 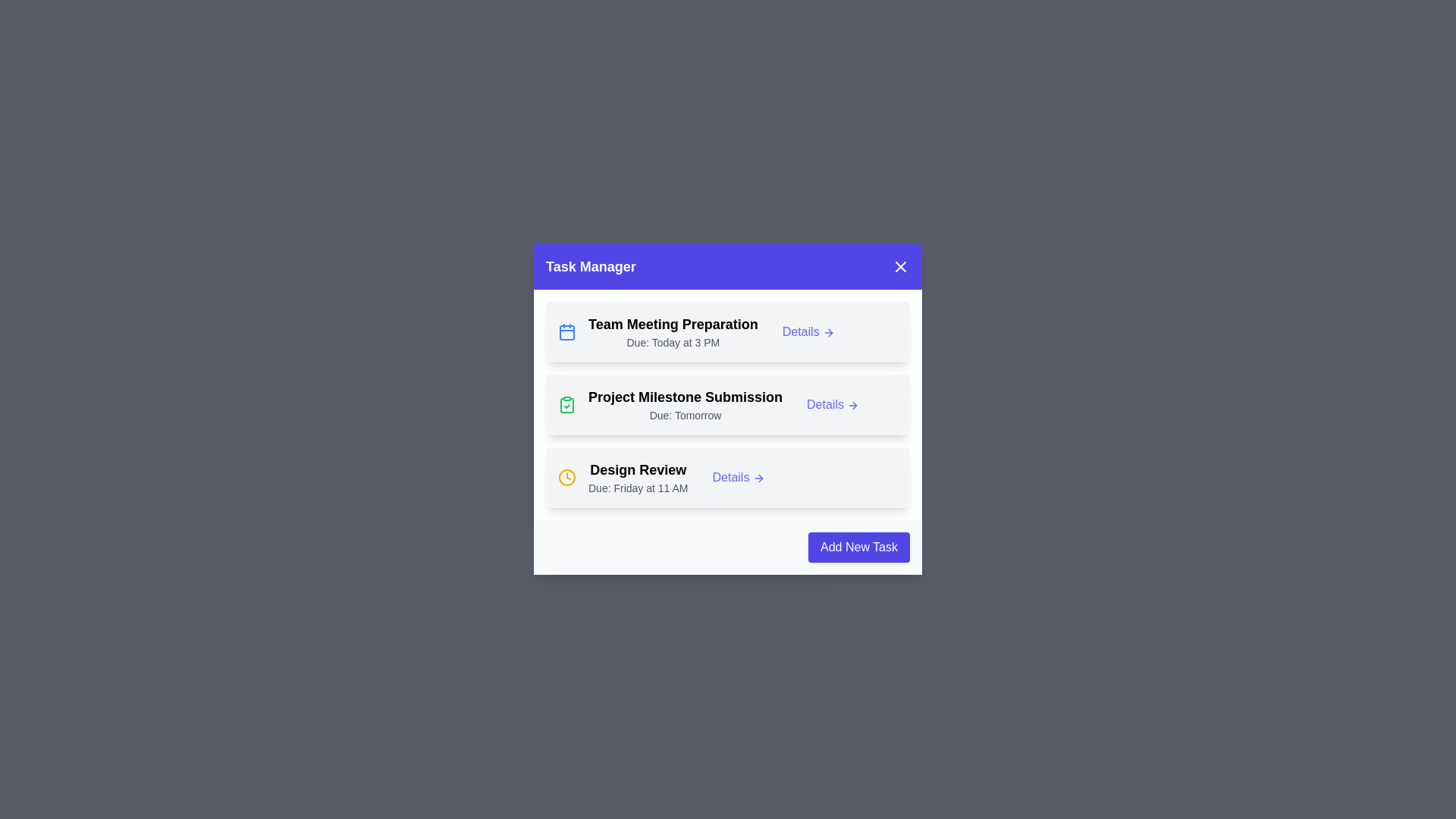 I want to click on bold text label displaying 'Team Meeting Preparation' located in the first row of the task list in the 'Task Manager' popup interface, positioned above the subtitle 'Due: Today at 3 PM', so click(x=672, y=324).